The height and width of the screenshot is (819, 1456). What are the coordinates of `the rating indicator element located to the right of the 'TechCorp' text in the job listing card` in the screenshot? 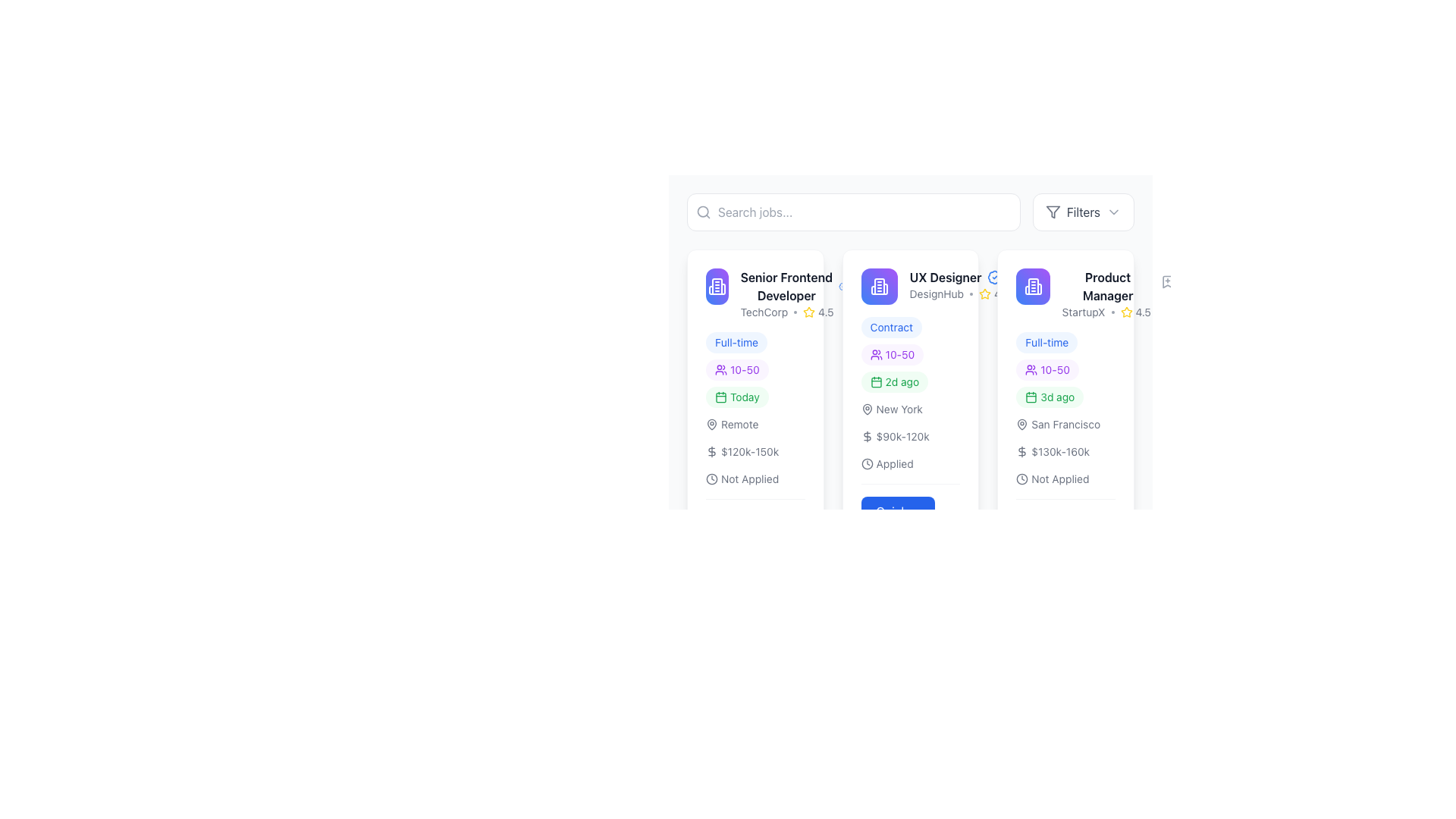 It's located at (817, 312).